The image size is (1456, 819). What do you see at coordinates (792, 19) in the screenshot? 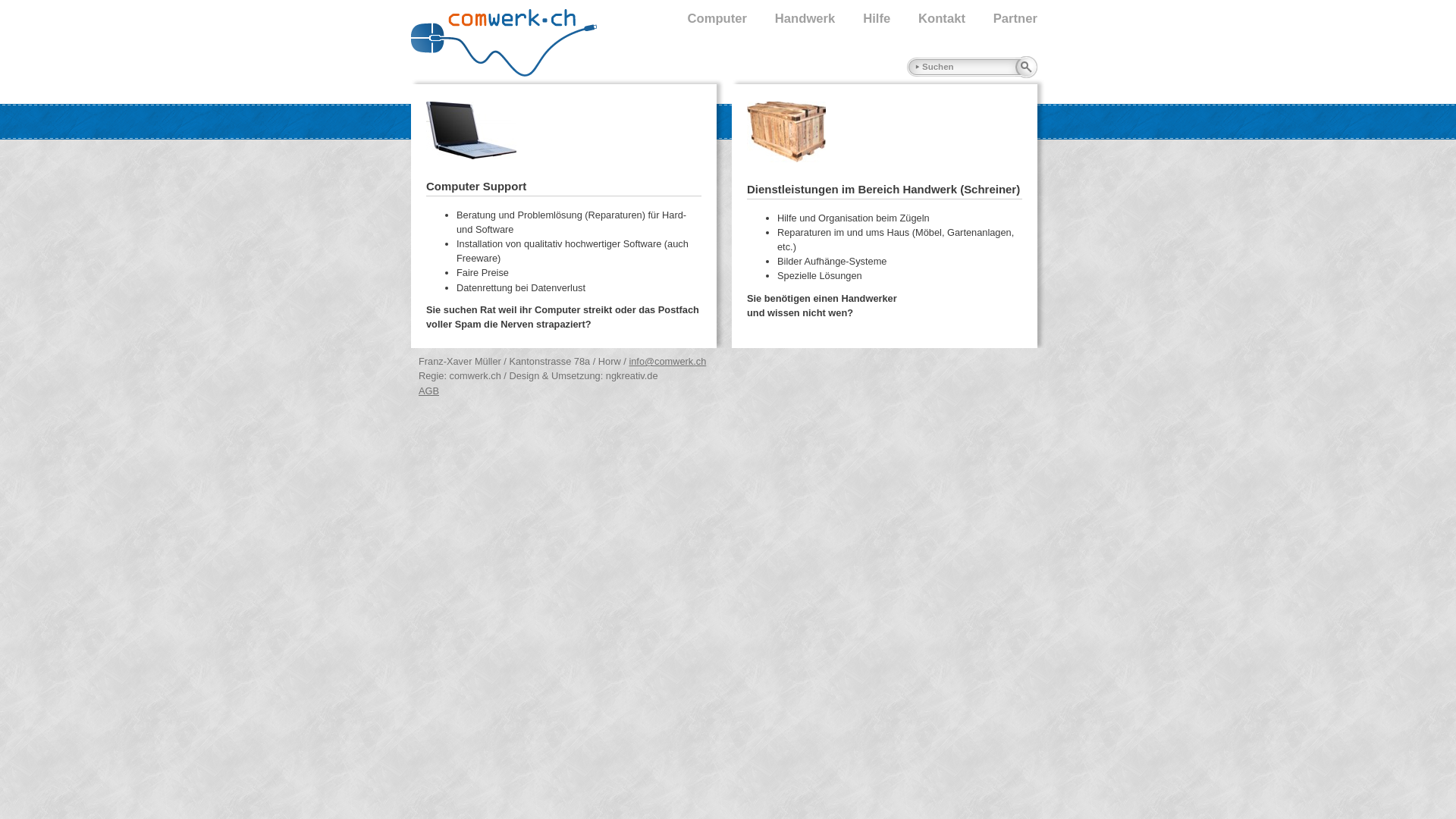
I see `'Handwerk'` at bounding box center [792, 19].